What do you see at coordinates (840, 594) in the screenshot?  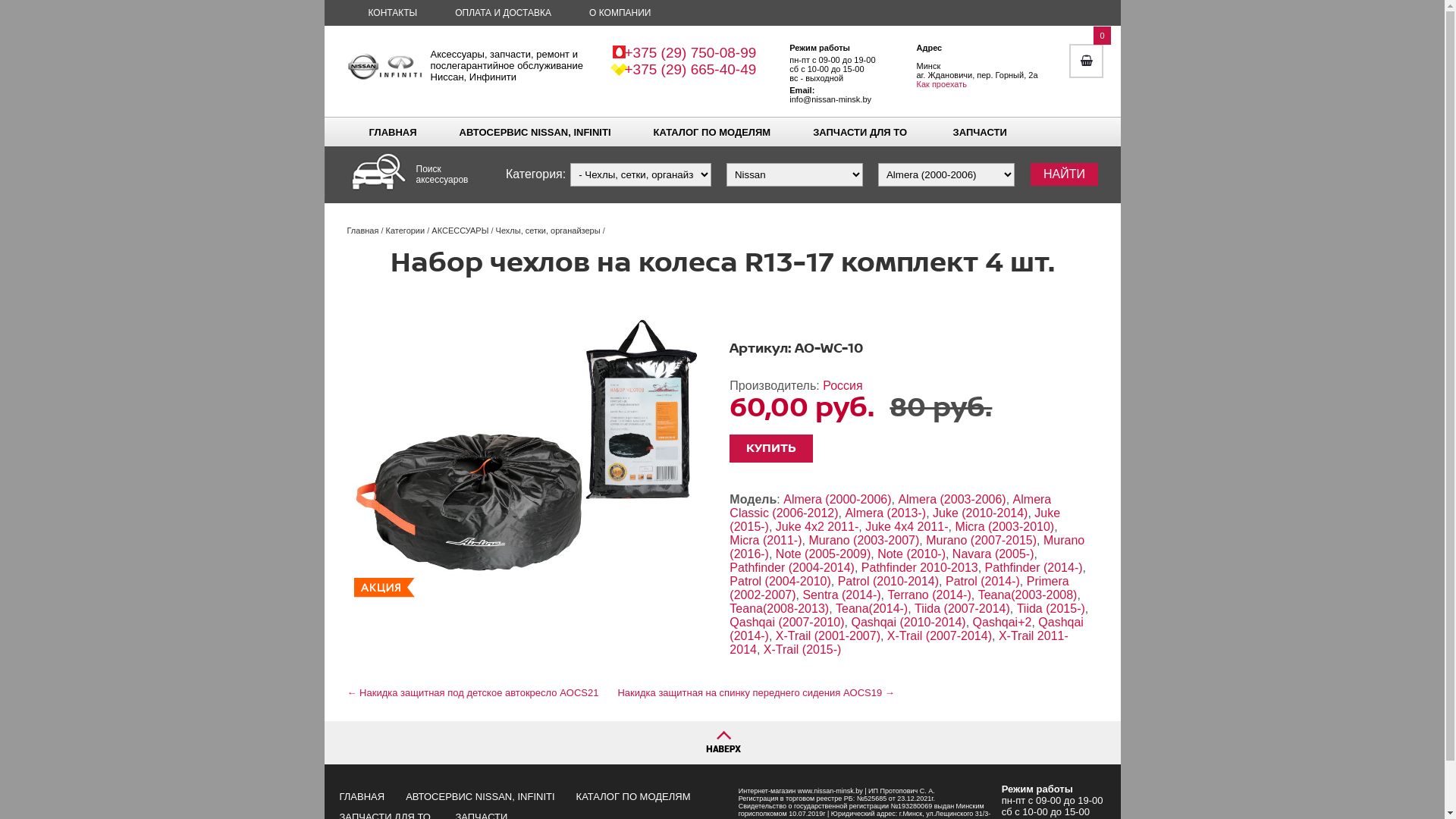 I see `'Sentra (2014-)'` at bounding box center [840, 594].